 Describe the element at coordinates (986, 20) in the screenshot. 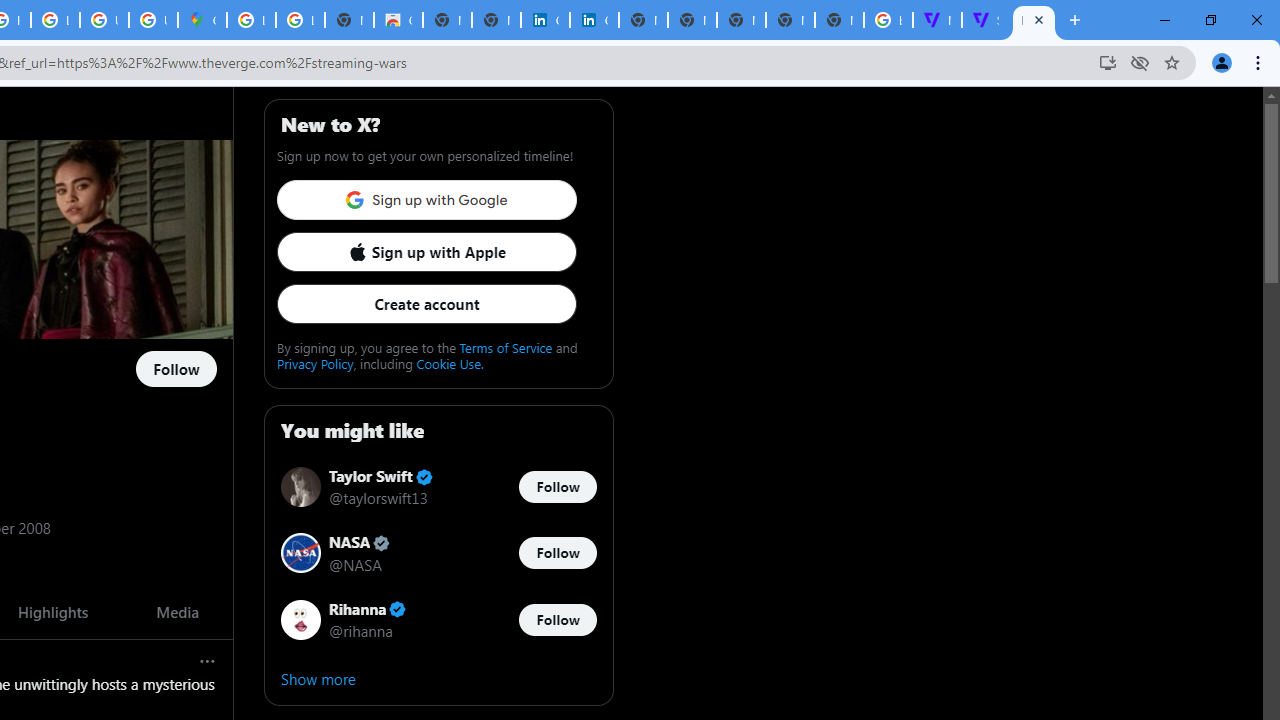

I see `'Streaming - The Verge'` at that location.